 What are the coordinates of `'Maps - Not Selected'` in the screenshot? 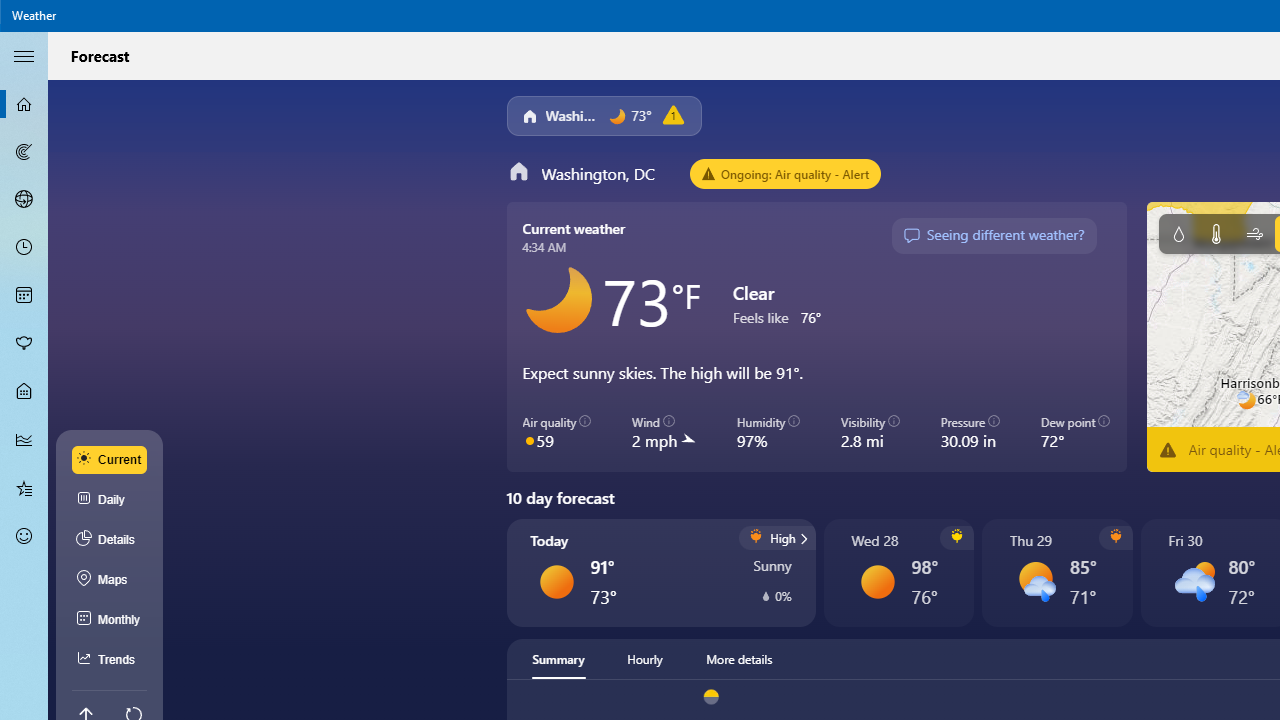 It's located at (24, 150).